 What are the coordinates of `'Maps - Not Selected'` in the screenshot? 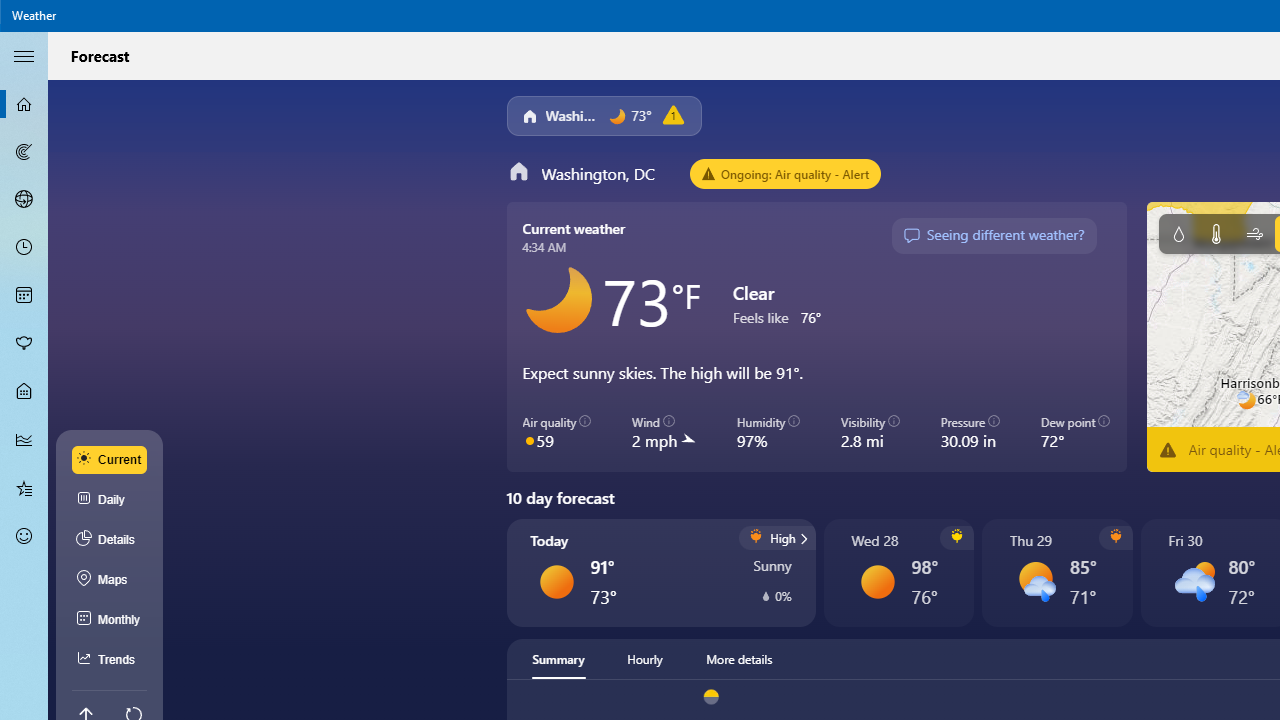 It's located at (24, 150).